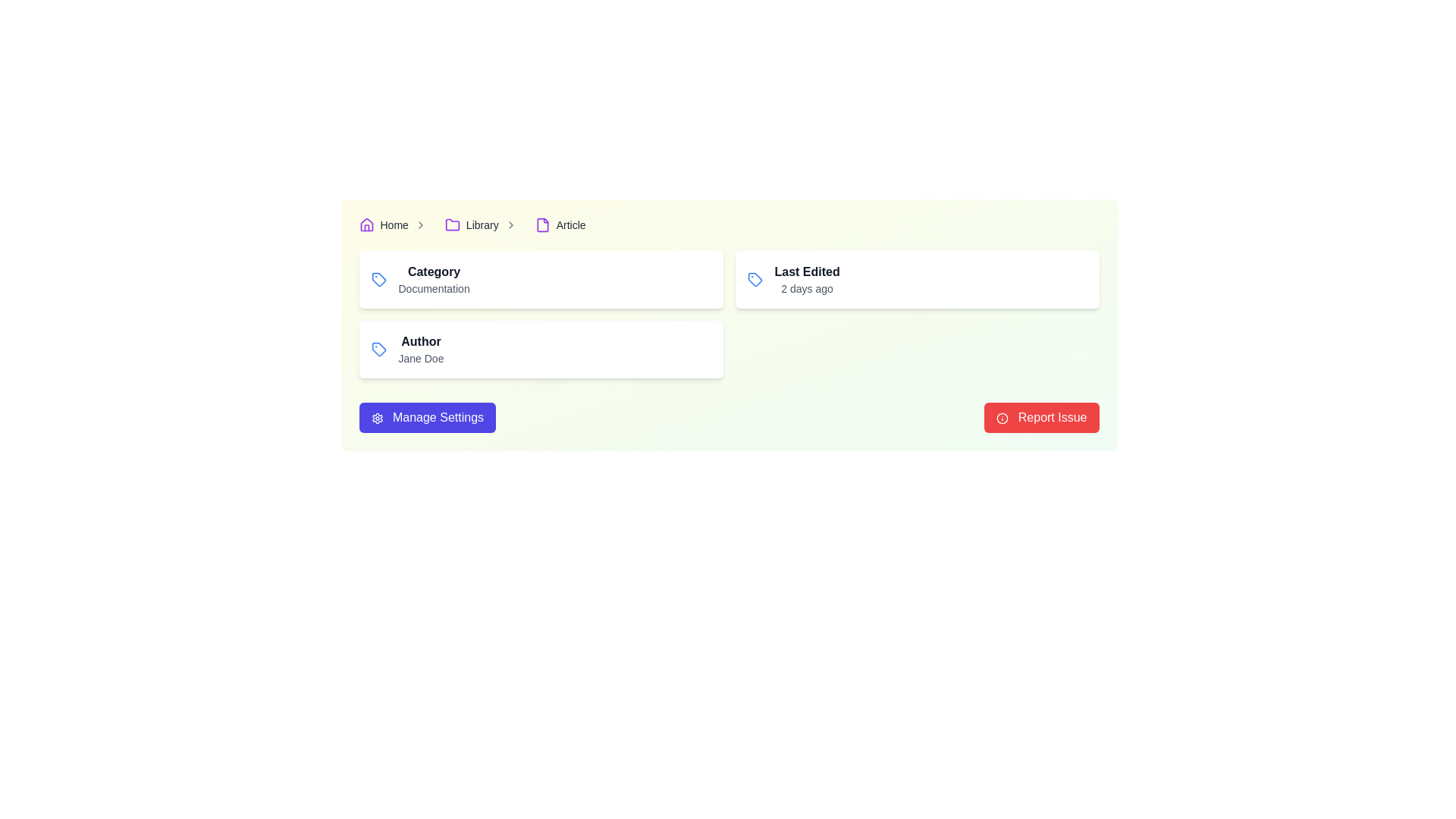 This screenshot has height=819, width=1456. Describe the element at coordinates (433, 271) in the screenshot. I see `the bold text label that reads 'Category', which serves as a heading for the 'Documentation' content below it` at that location.